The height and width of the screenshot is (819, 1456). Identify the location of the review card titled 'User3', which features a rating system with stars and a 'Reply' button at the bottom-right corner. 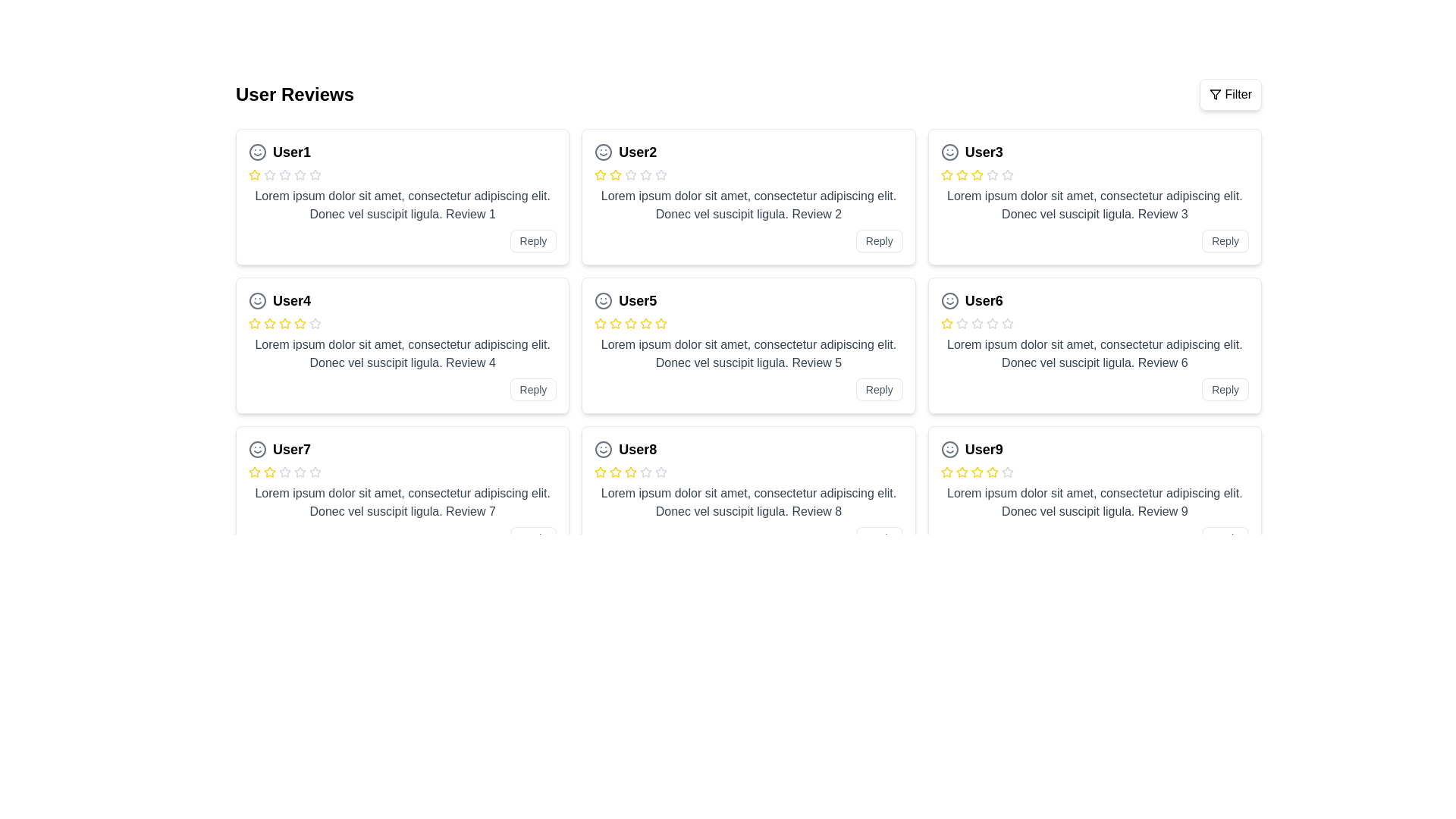
(1094, 196).